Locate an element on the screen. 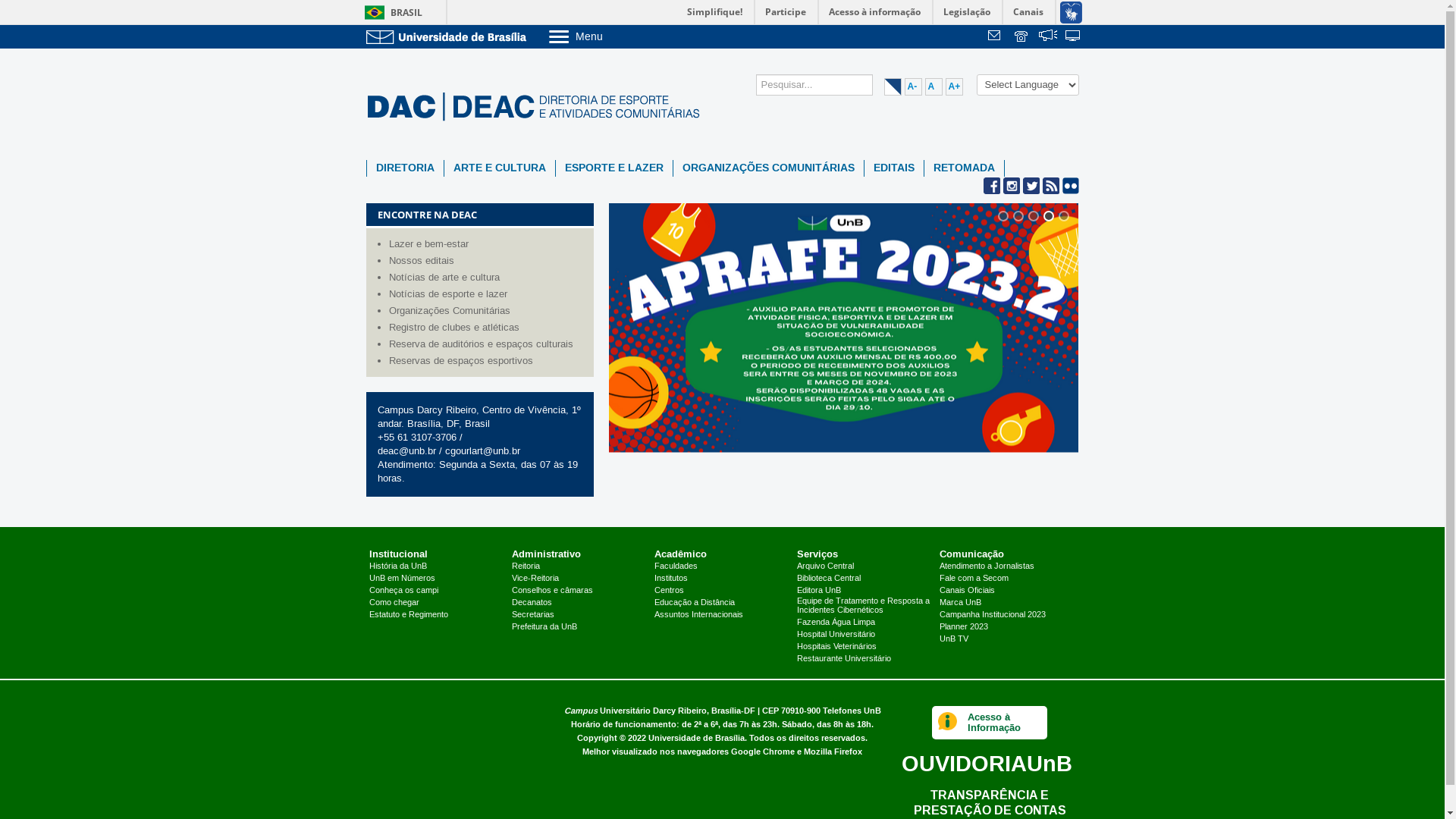 Image resolution: width=1456 pixels, height=819 pixels. 'Assuntos Internacionais' is located at coordinates (698, 614).